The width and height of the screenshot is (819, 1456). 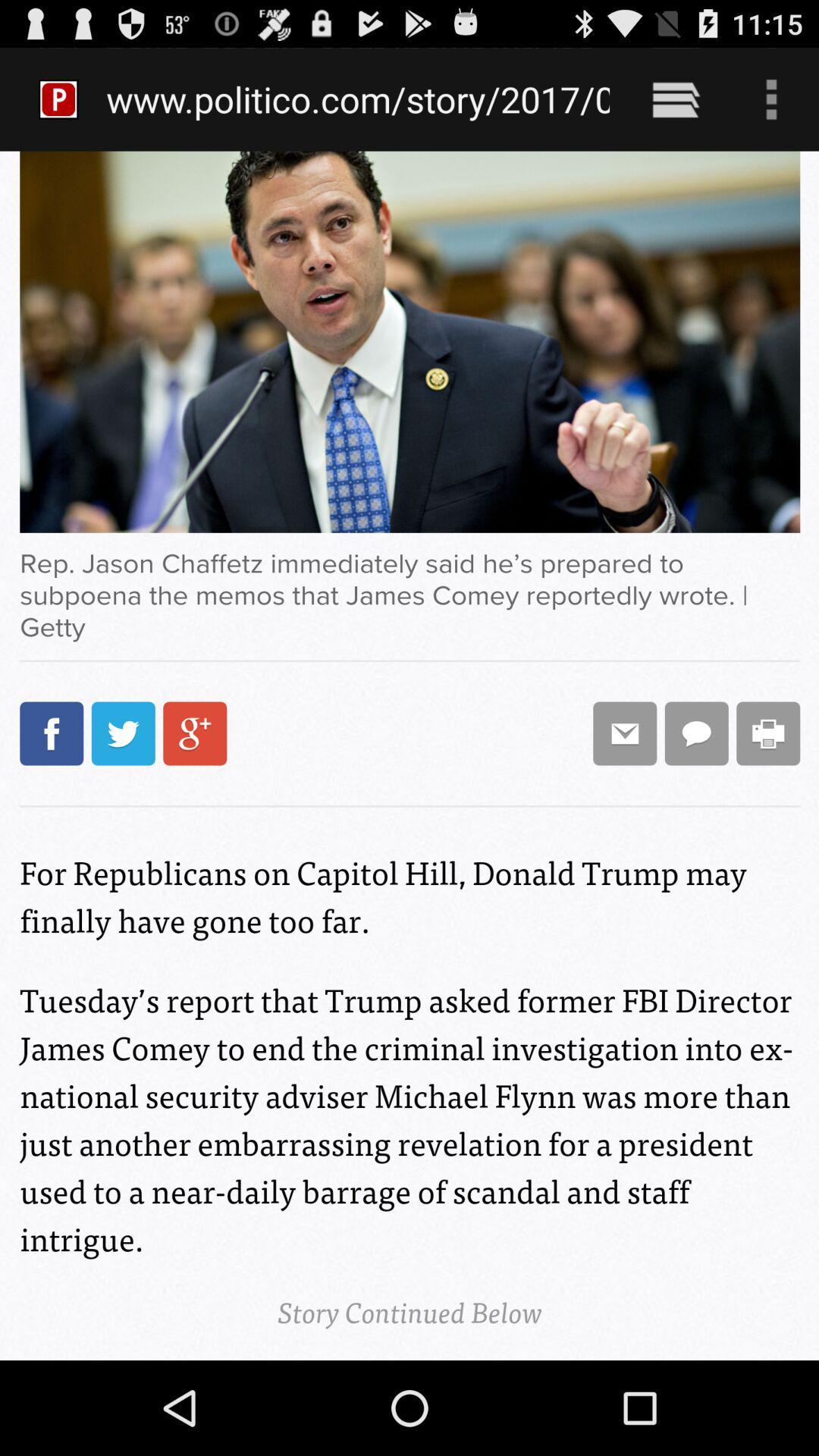 I want to click on icon at the center, so click(x=409, y=755).